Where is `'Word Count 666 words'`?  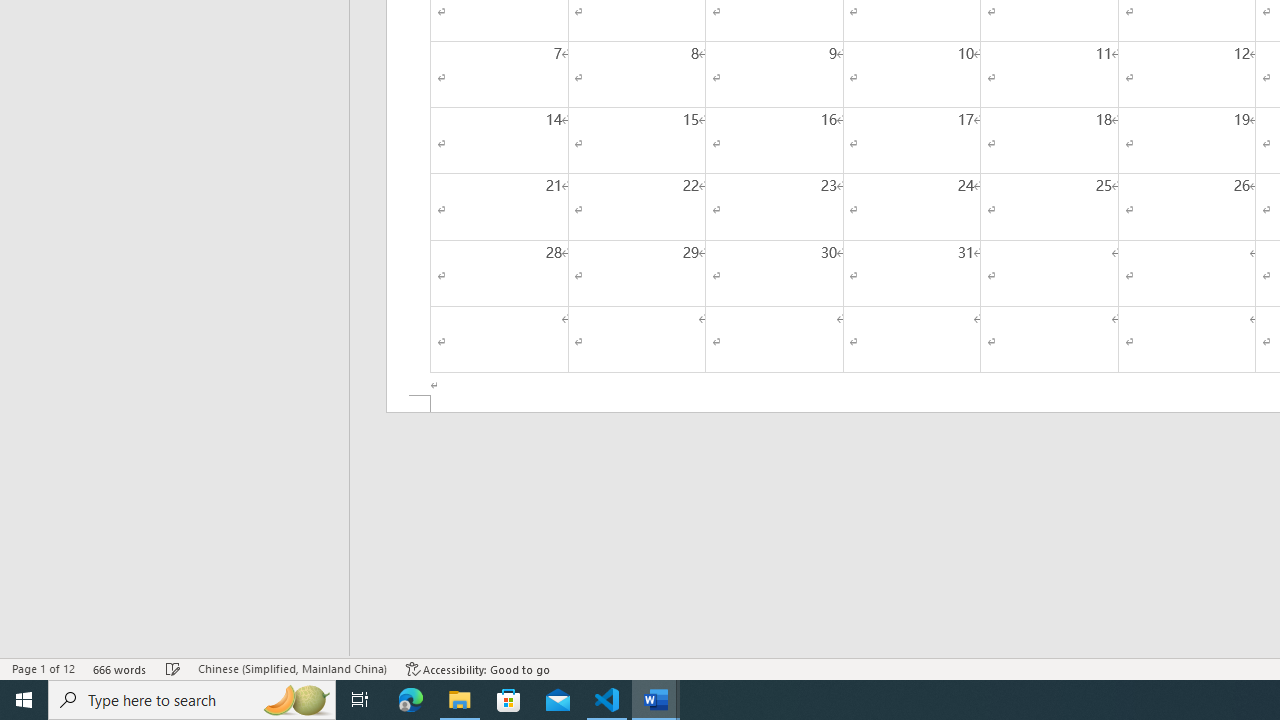 'Word Count 666 words' is located at coordinates (119, 669).